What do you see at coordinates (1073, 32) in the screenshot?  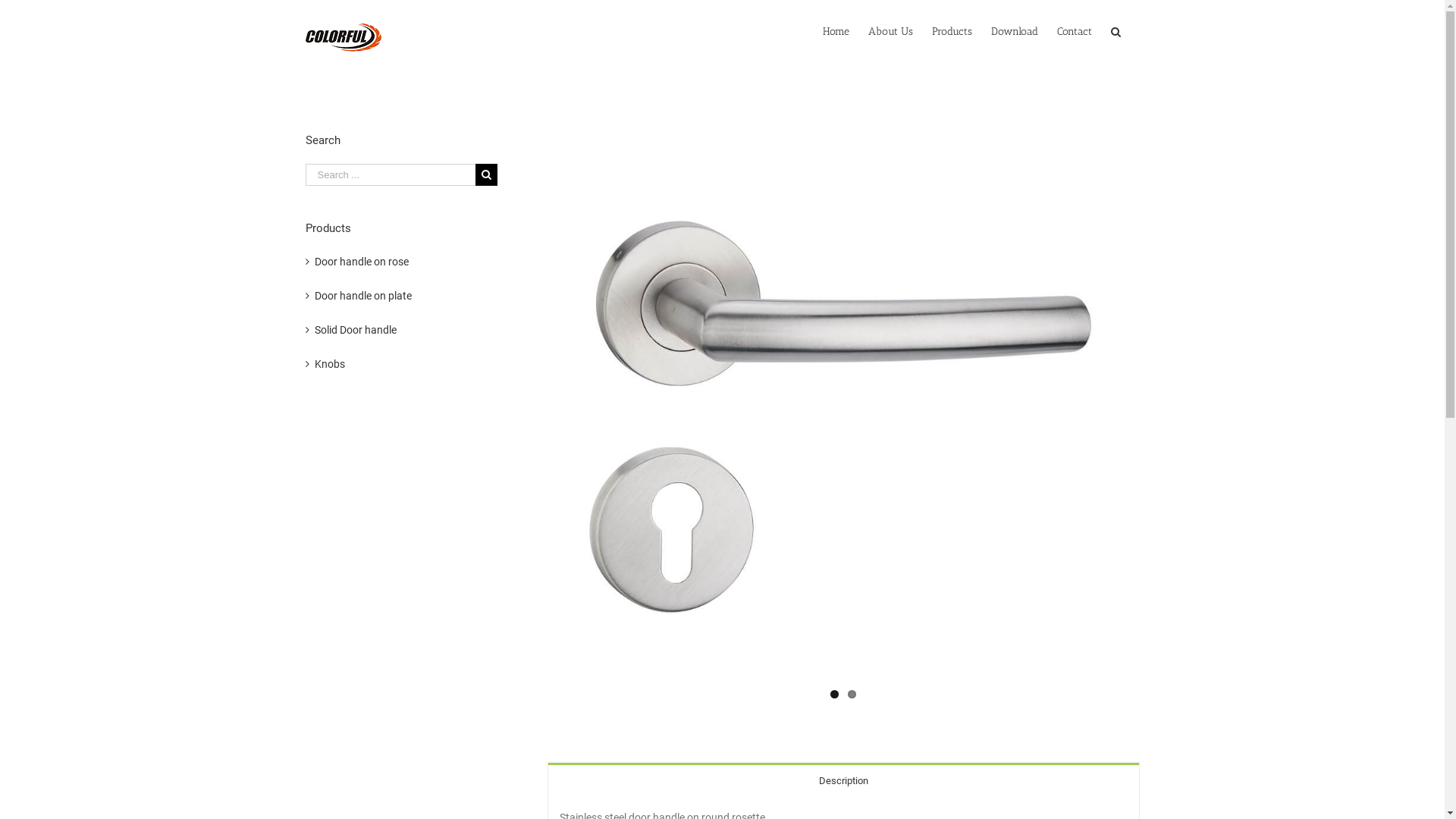 I see `'Contact'` at bounding box center [1073, 32].